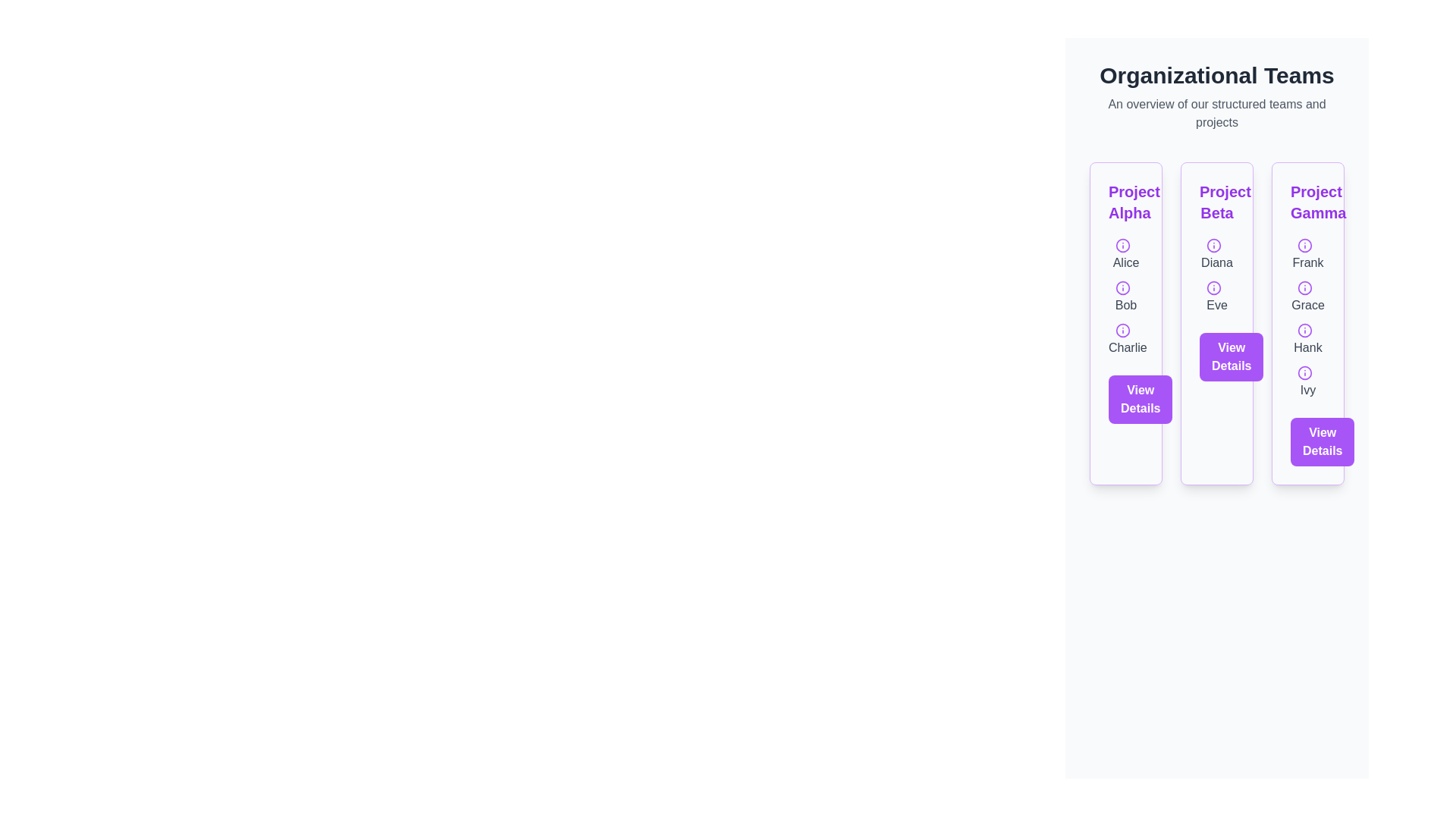 This screenshot has width=1456, height=819. I want to click on the Circle graphic element located in the 'Project Gamma' column under 'Organizational Teams', aligned with the text 'Grace', so click(1304, 287).